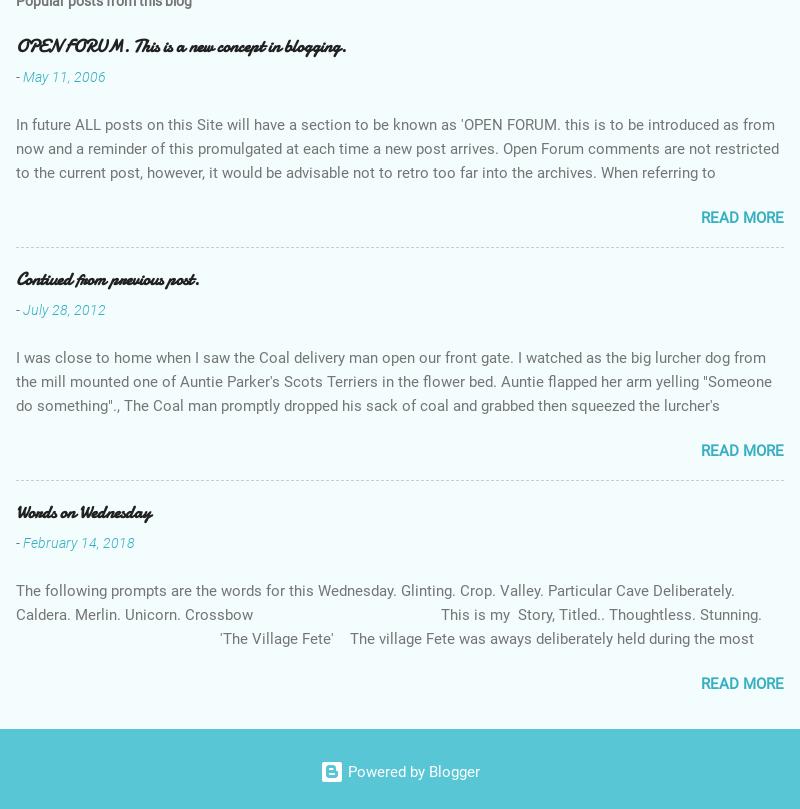  Describe the element at coordinates (398, 685) in the screenshot. I see `'The following prompts are the words for this Wednesday.   Glinting.  Crop.  Valley.  Particular  Cave  Deliberately.  Caldera.  Merlin.  Unicorn.  Crossbow                                               This is my  Story, Titled..  Thoughtless.  Stunning.                                                         'The Village Fete'       The village Fete was aways deliberately held during the most promising sunny day during mid - July when it was attended by the vast majority of the population of Lower Frogsbottom, a Village within a valley of the Chilterns in rural Oxfordshire England  .  The mass hysteria, centred mostly around the beer tent and other local yokel exciting happenings were the guessing of the weight of the pig. an unfortunate little porker destined for the Barbeque, other exciting activities, like dipping the lady and the inevitable Cocoanut Shy.   As was the usual thing the opening ceremony was always heralded by the arrival of the village Squire  The Hon Sir Marm'` at that location.